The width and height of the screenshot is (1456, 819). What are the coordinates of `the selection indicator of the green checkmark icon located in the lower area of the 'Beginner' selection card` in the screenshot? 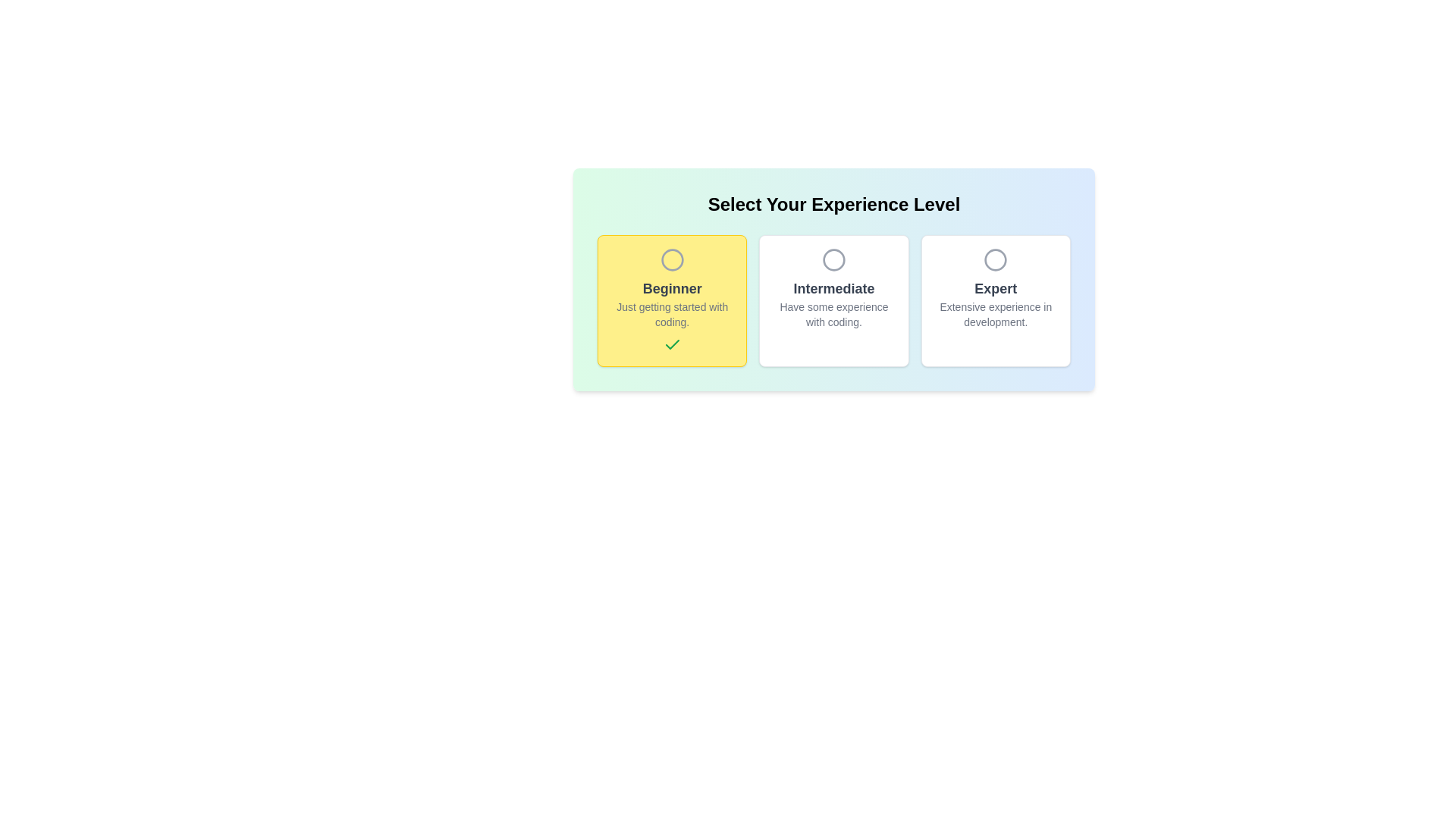 It's located at (671, 345).